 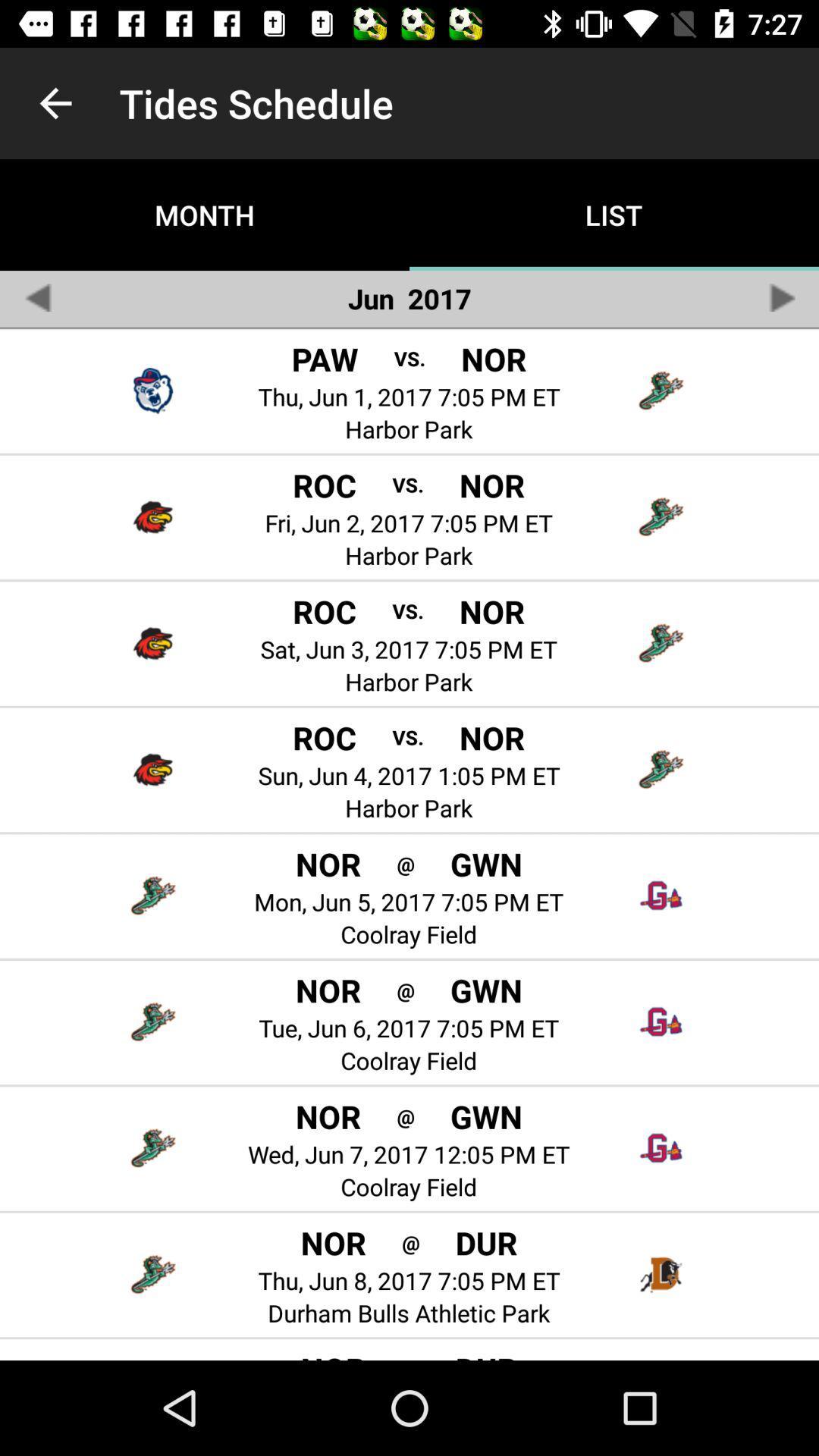 What do you see at coordinates (410, 1242) in the screenshot?
I see `app to the right of nor icon` at bounding box center [410, 1242].